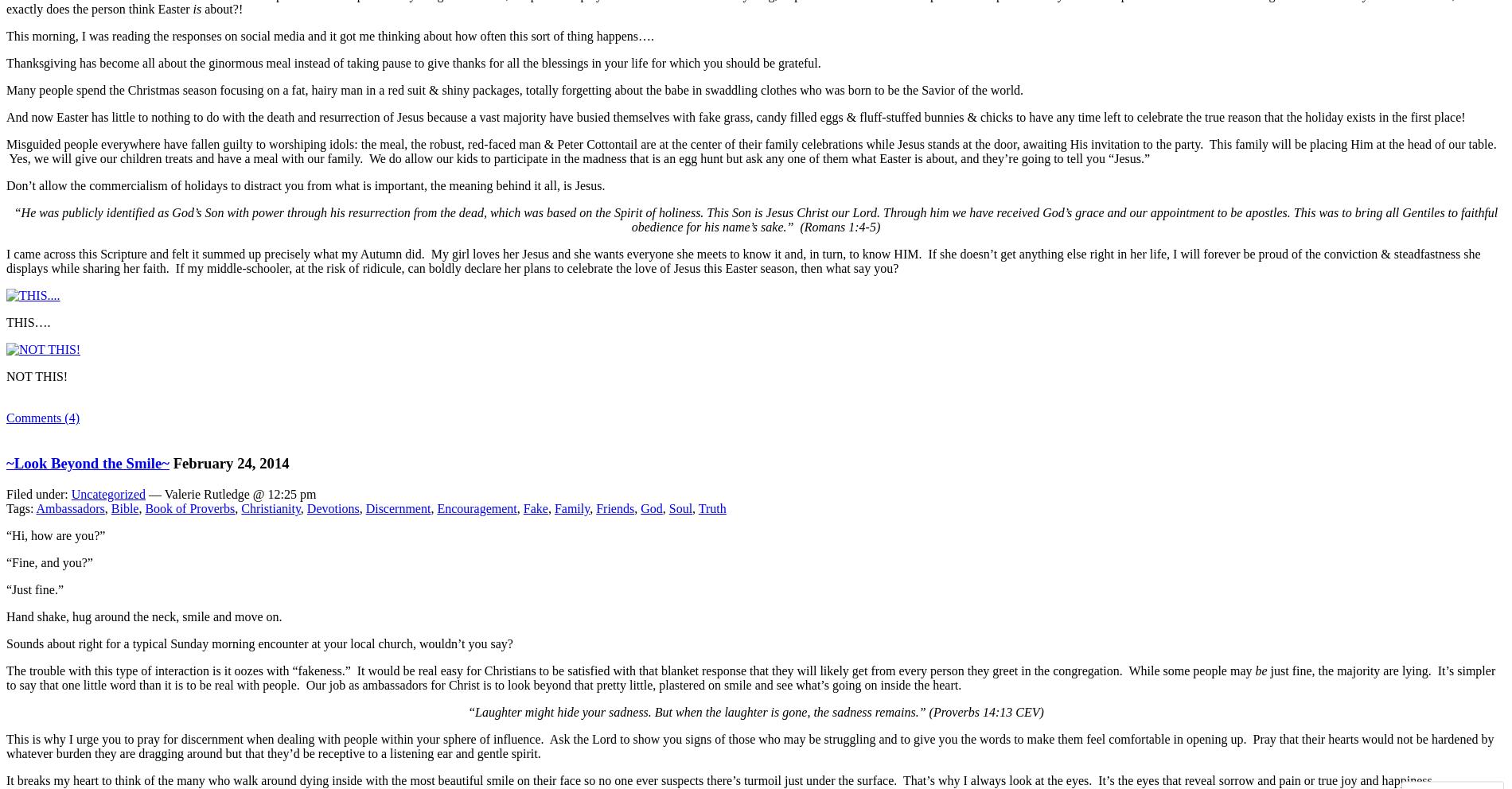 This screenshot has height=789, width=1512. I want to click on 'Don’t allow the commercialism of holidays to distract you from what is important, the meaning behind it all, is Jesus.', so click(6, 185).